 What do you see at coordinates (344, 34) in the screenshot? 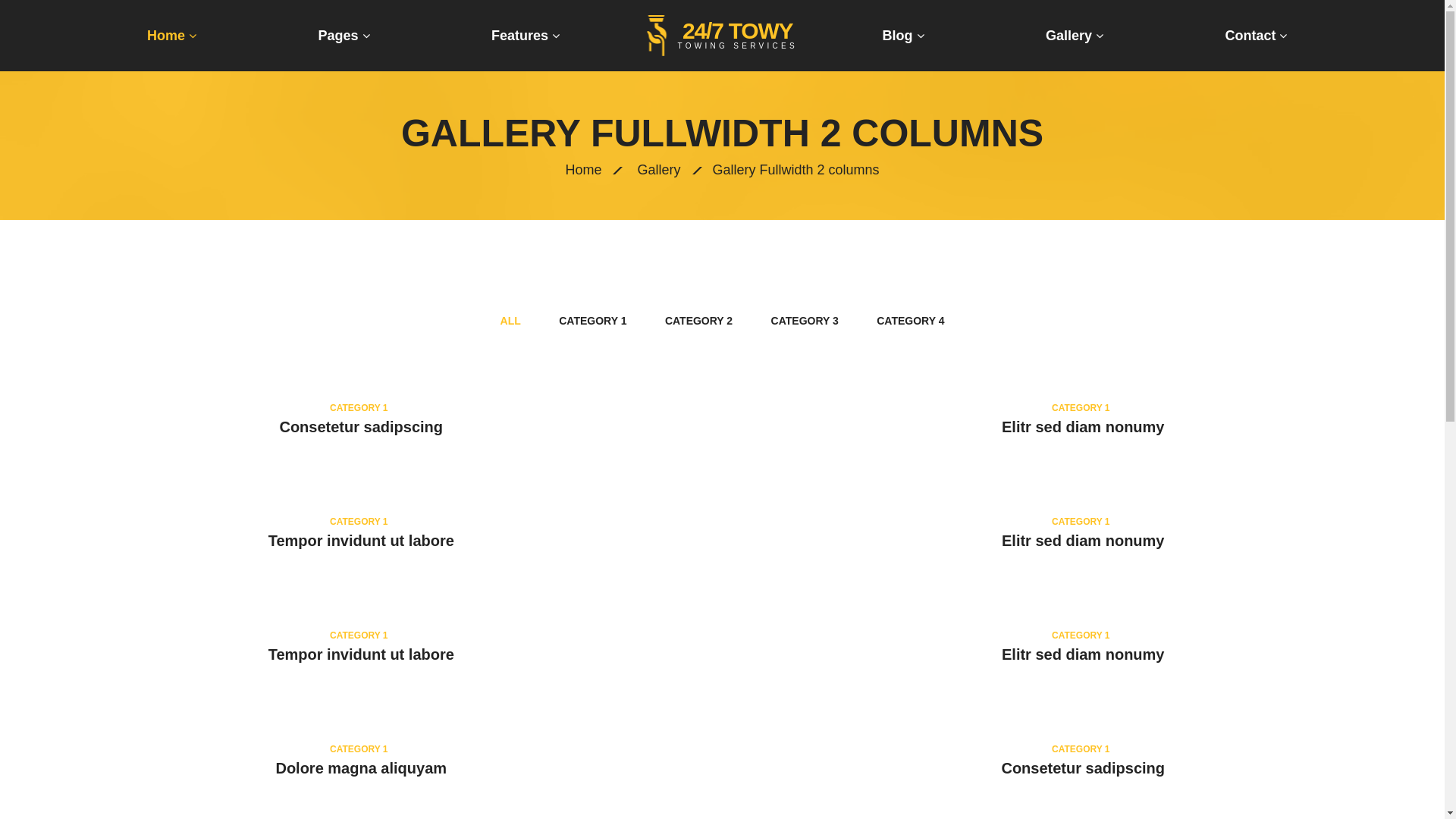
I see `'Pages'` at bounding box center [344, 34].